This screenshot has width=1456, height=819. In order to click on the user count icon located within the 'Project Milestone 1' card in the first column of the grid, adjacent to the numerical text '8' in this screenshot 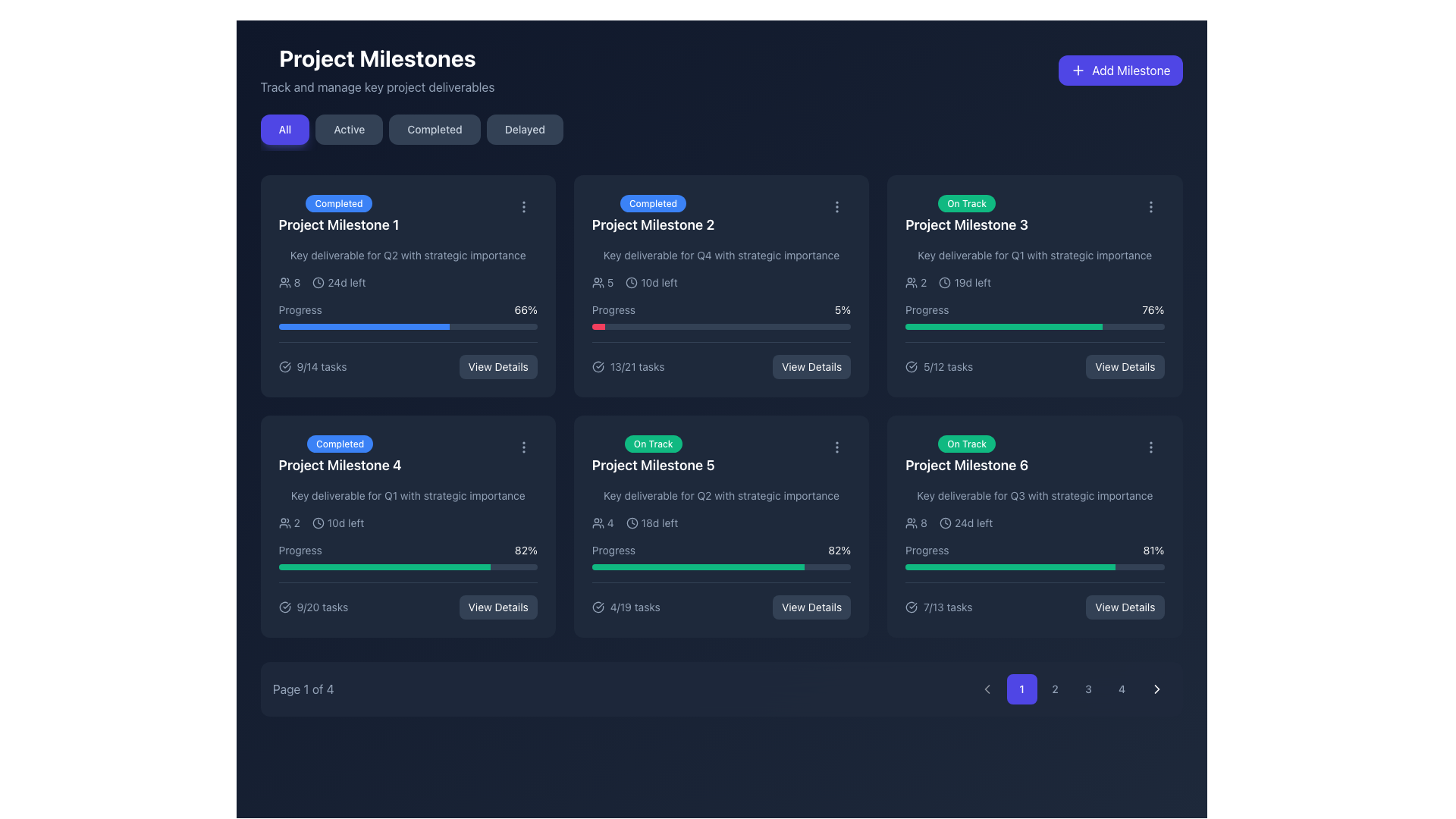, I will do `click(284, 283)`.